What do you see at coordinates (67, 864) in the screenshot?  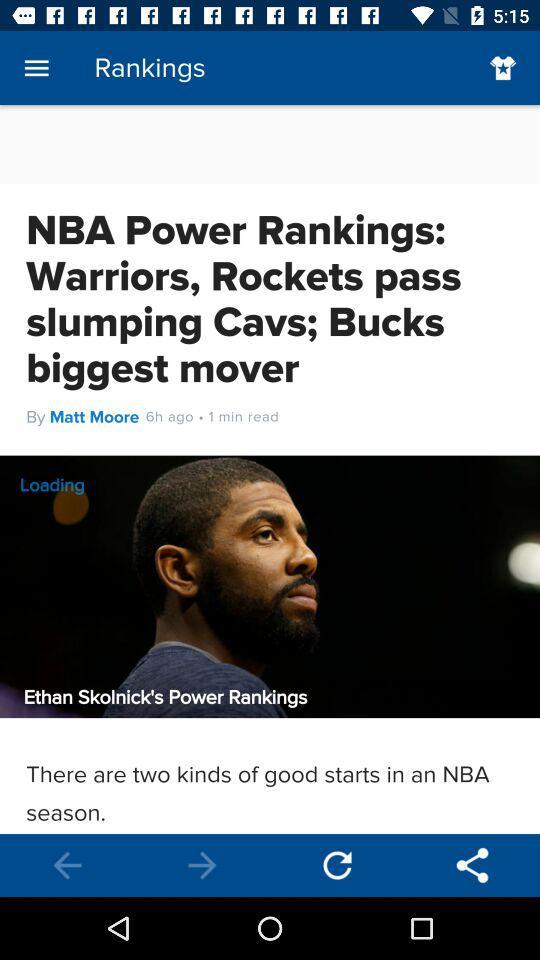 I see `previous` at bounding box center [67, 864].